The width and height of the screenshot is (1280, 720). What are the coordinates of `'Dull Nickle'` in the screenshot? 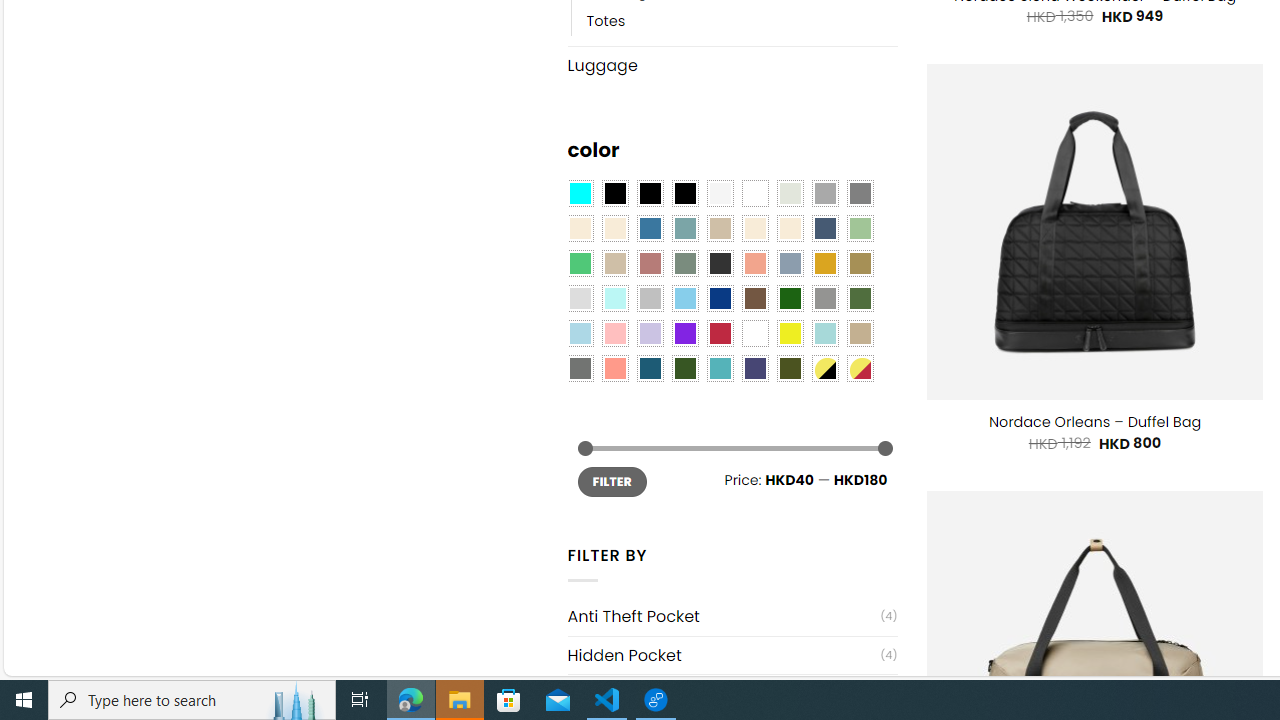 It's located at (578, 368).